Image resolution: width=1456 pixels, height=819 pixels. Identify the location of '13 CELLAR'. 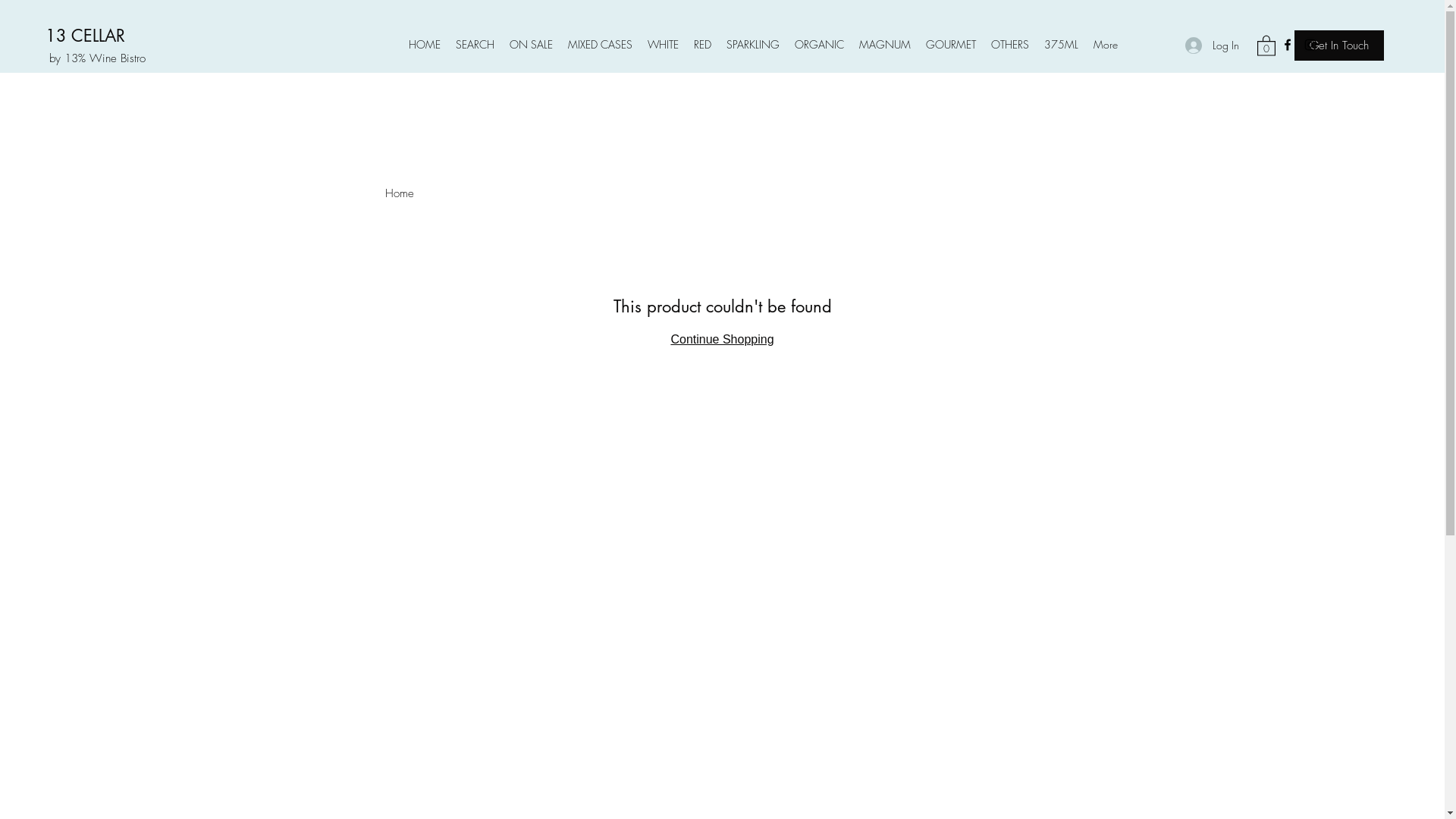
(84, 34).